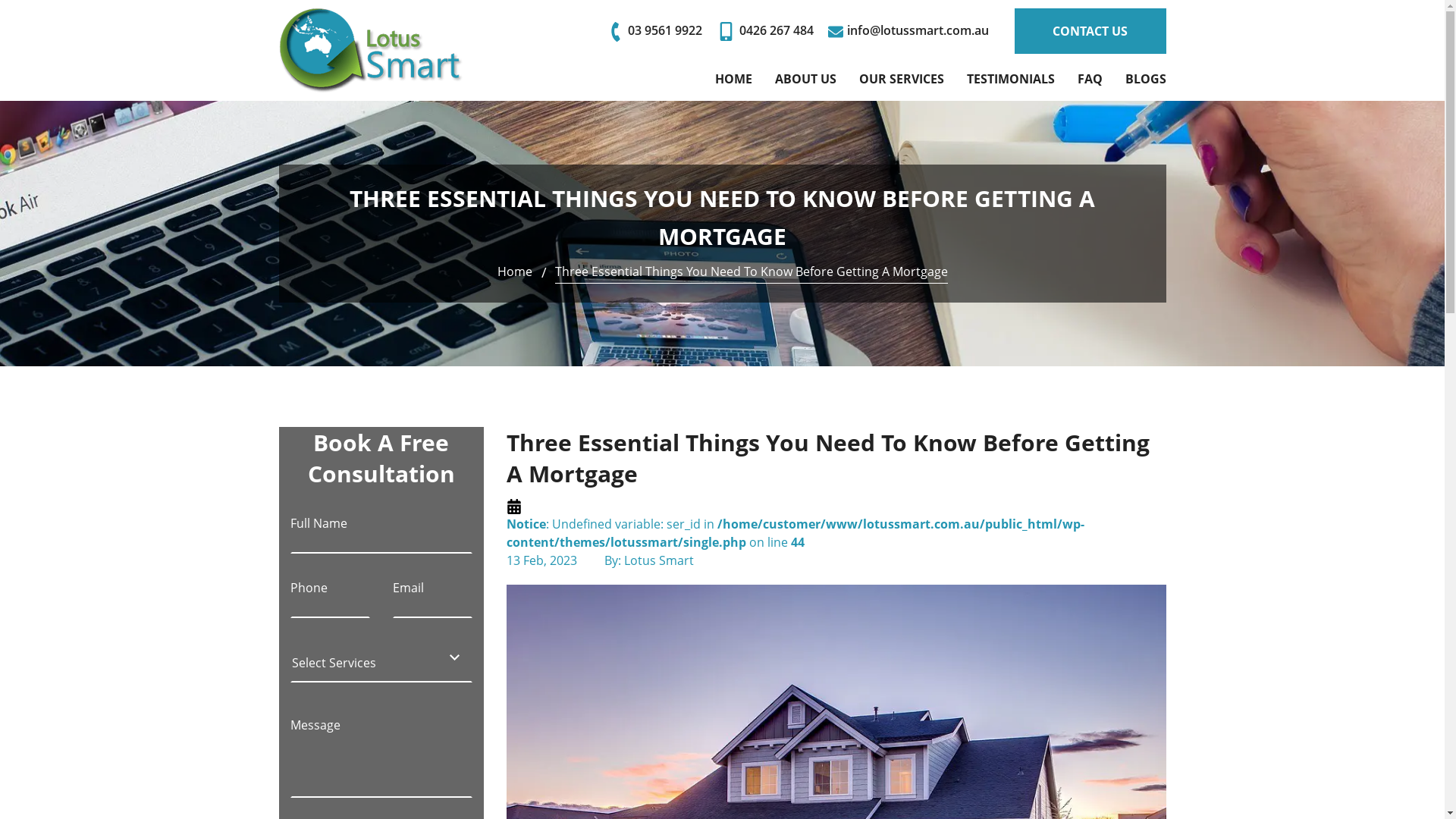 This screenshot has height=819, width=1456. I want to click on 'TESTIMONIALS', so click(1010, 79).